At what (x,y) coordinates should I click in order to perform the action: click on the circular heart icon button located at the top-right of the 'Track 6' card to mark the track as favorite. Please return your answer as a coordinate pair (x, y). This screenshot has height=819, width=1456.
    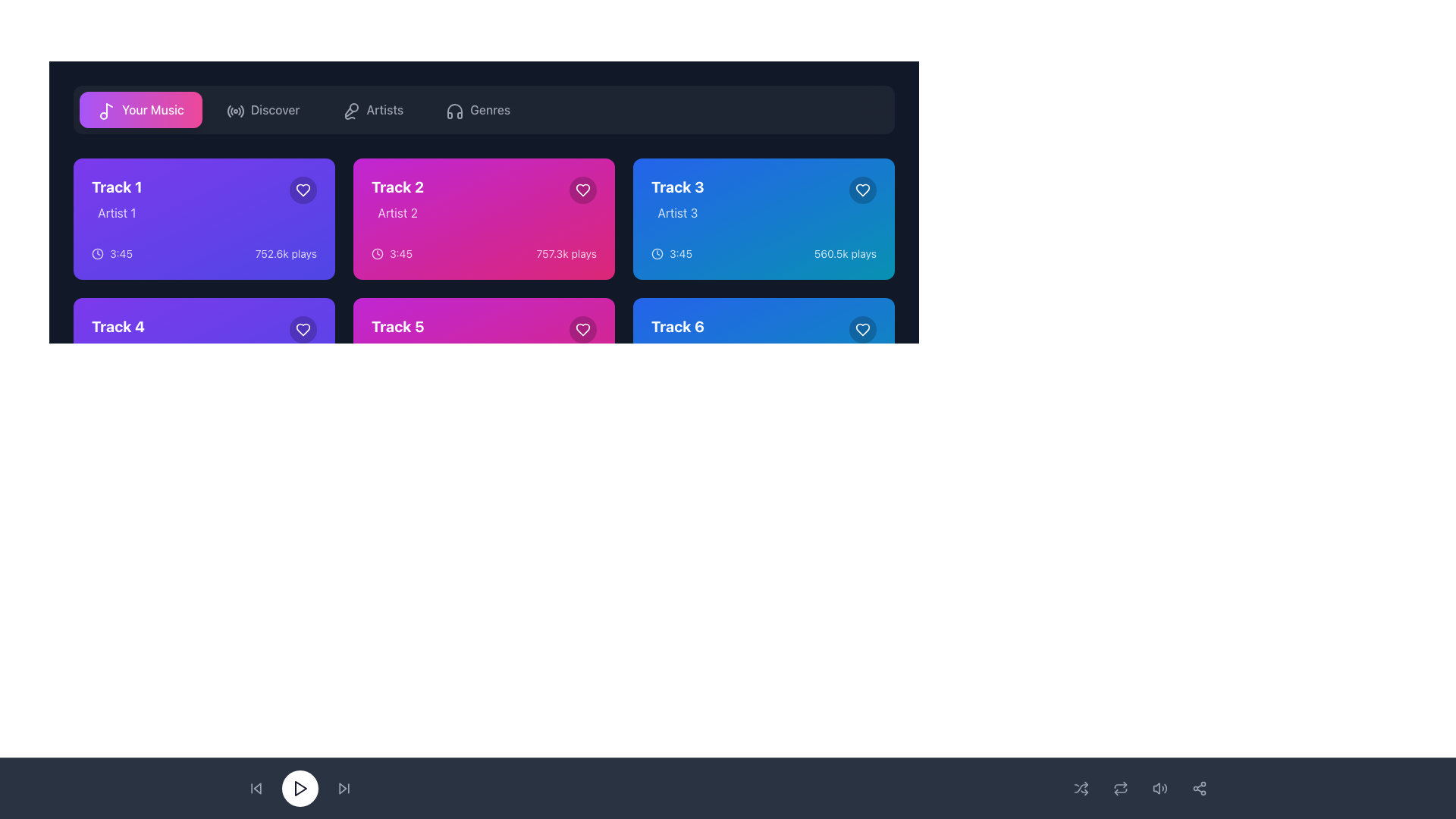
    Looking at the image, I should click on (862, 329).